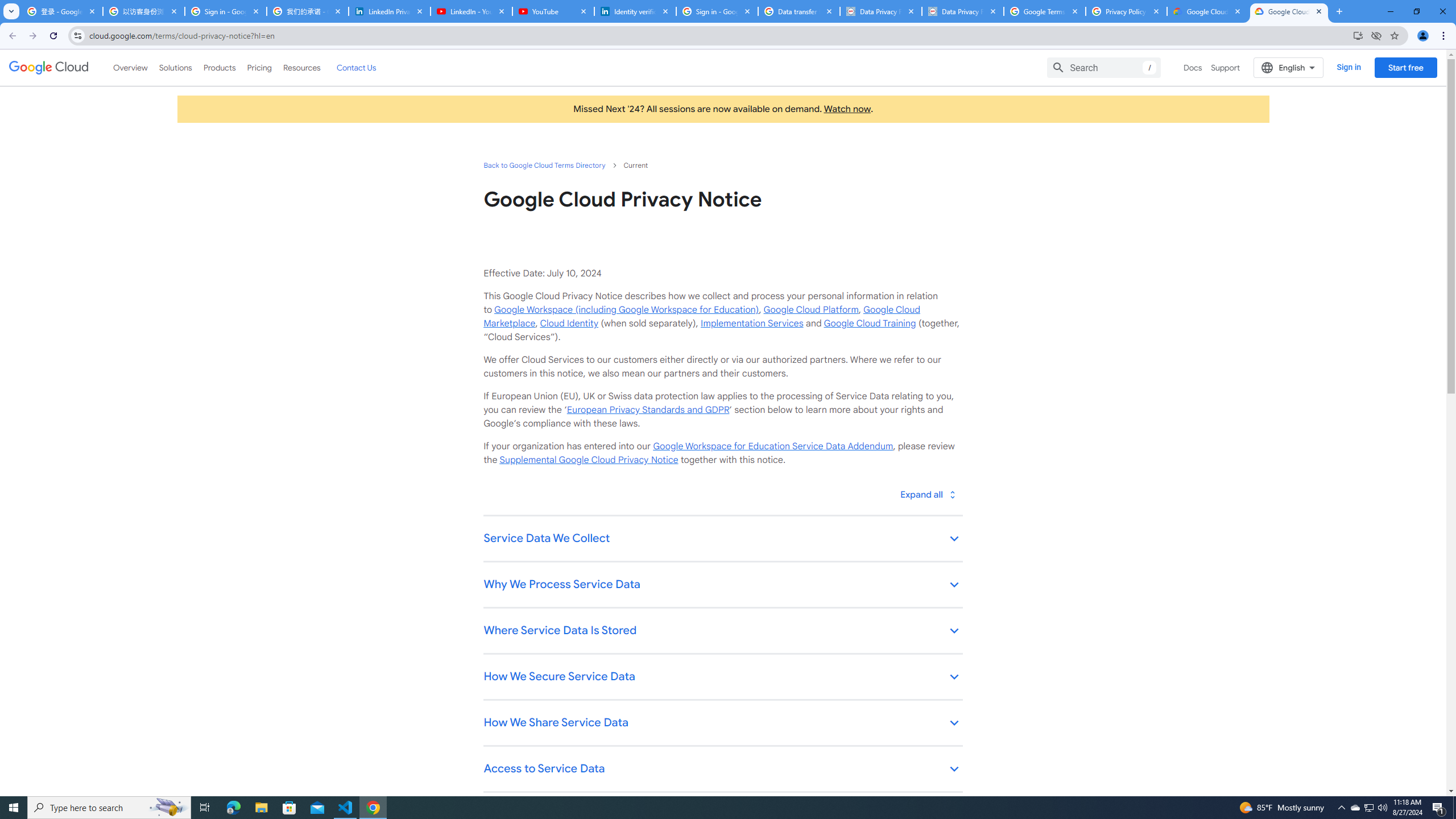 The height and width of the screenshot is (819, 1456). What do you see at coordinates (846, 109) in the screenshot?
I see `'Watch now'` at bounding box center [846, 109].